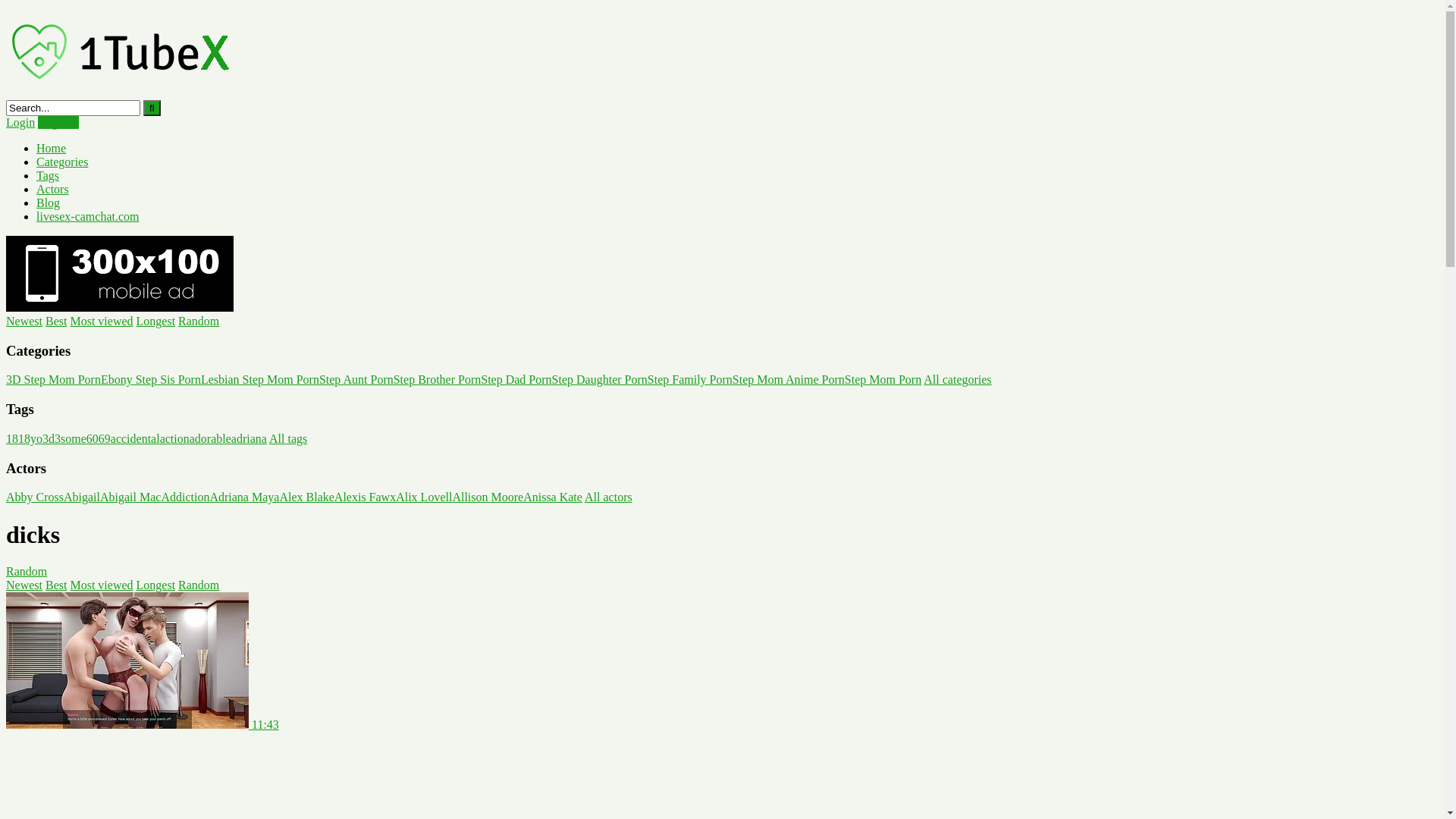 The width and height of the screenshot is (1456, 819). I want to click on 'Random', so click(26, 571).